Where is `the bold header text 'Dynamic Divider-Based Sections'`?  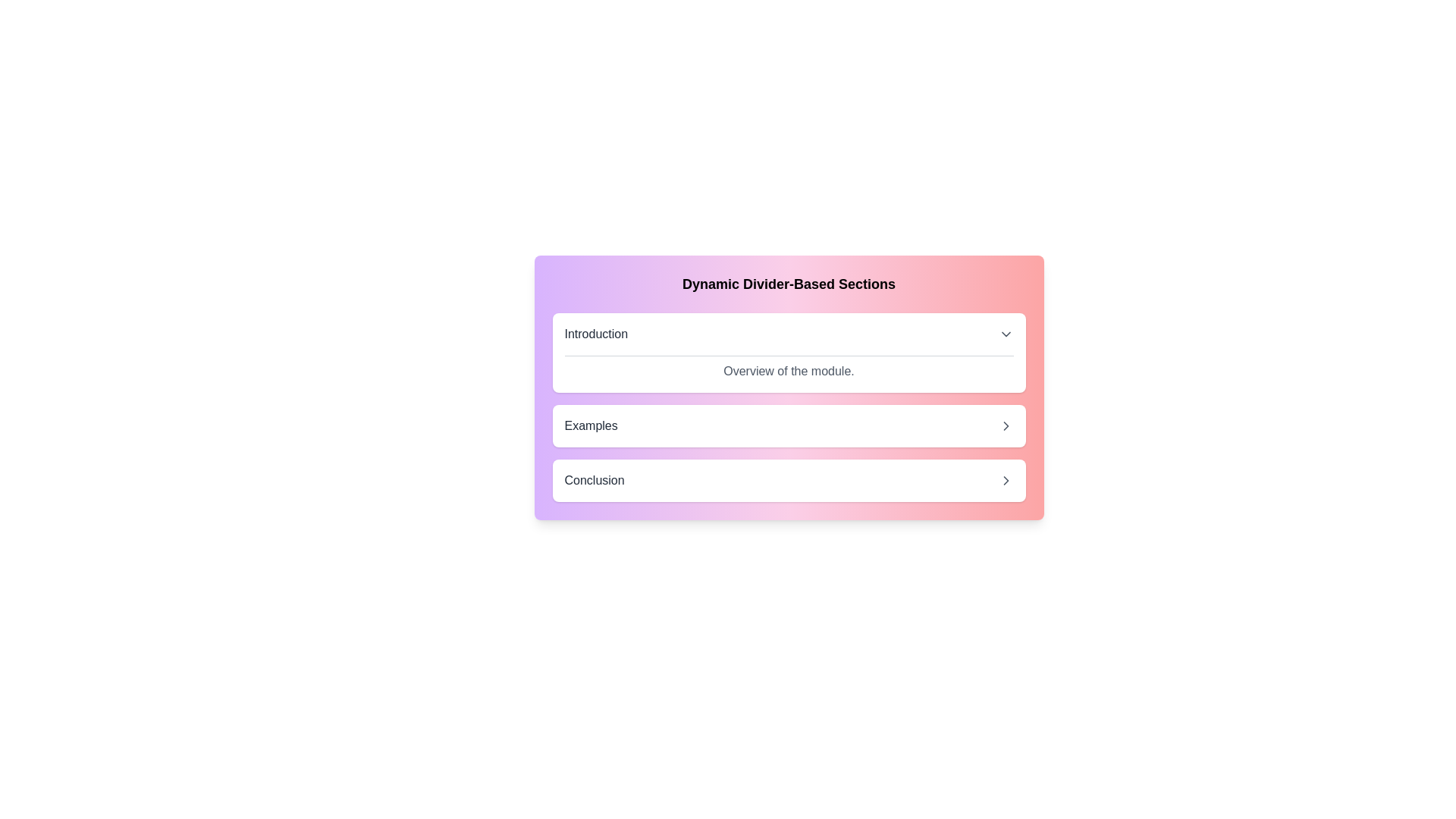
the bold header text 'Dynamic Divider-Based Sections' is located at coordinates (789, 284).